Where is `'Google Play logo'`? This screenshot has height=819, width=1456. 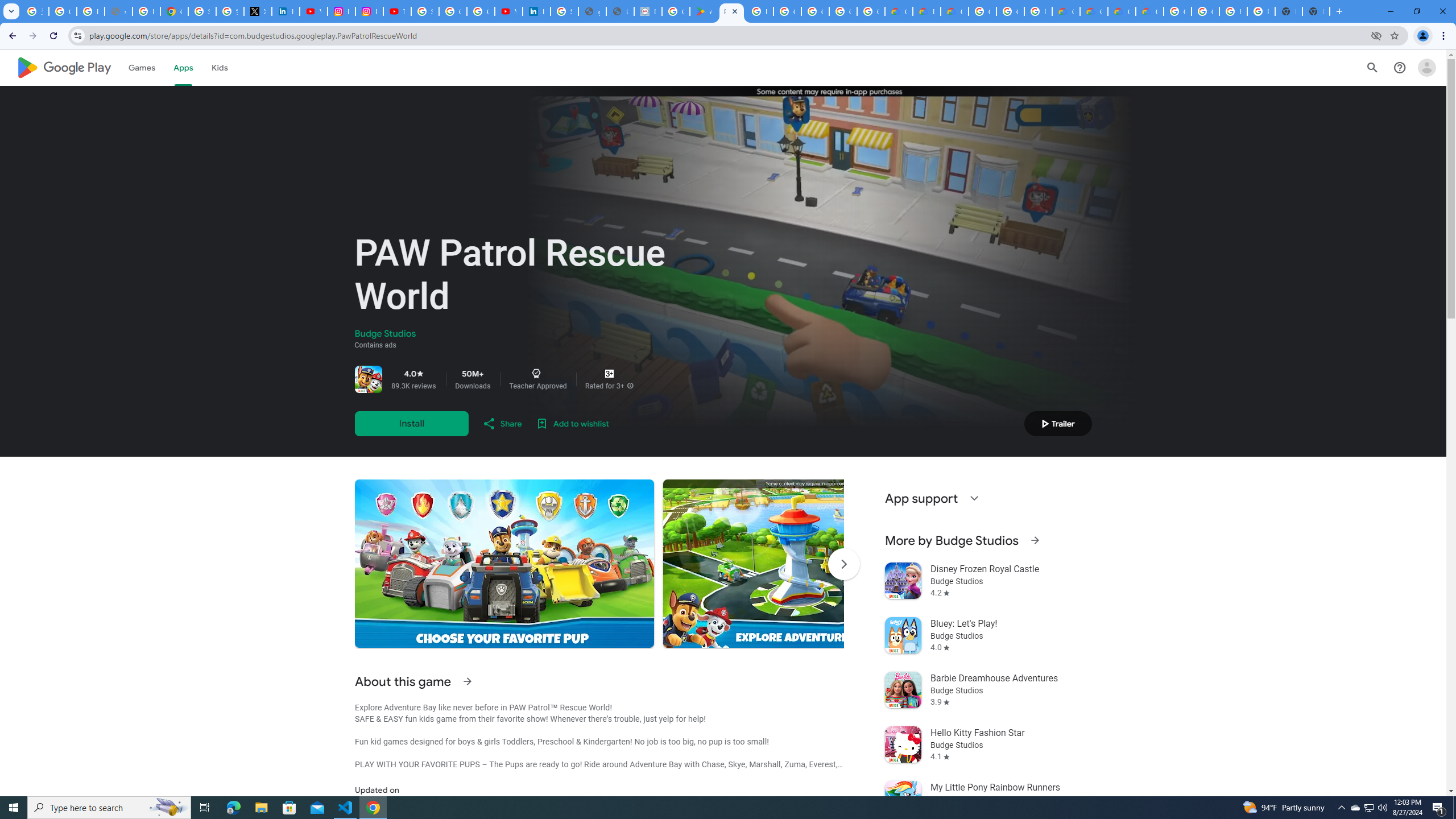
'Google Play logo' is located at coordinates (63, 67).